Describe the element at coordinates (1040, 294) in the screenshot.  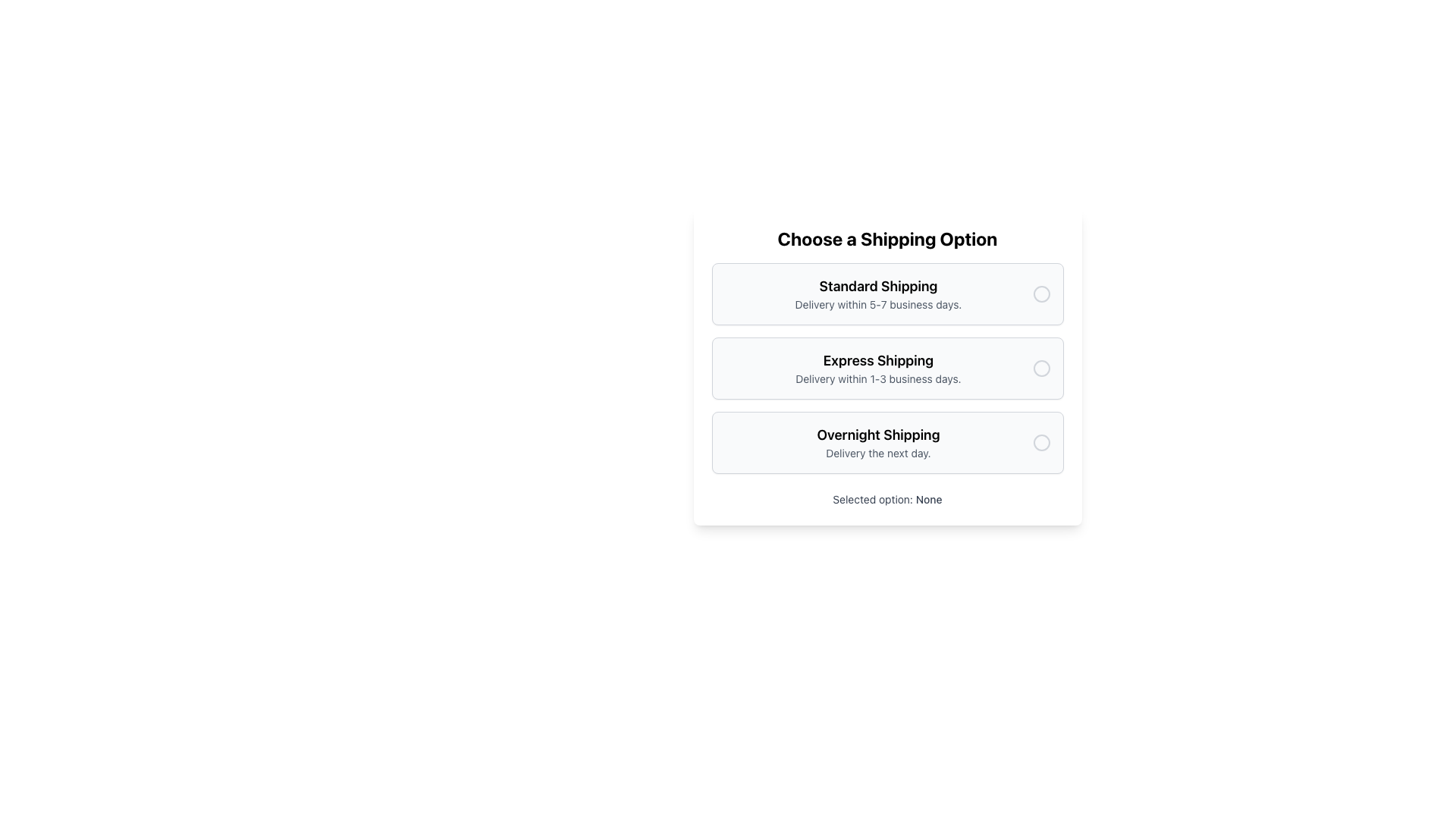
I see `the circular radio button styled as a hollow circle located to the right of the 'Standard Shipping' text` at that location.